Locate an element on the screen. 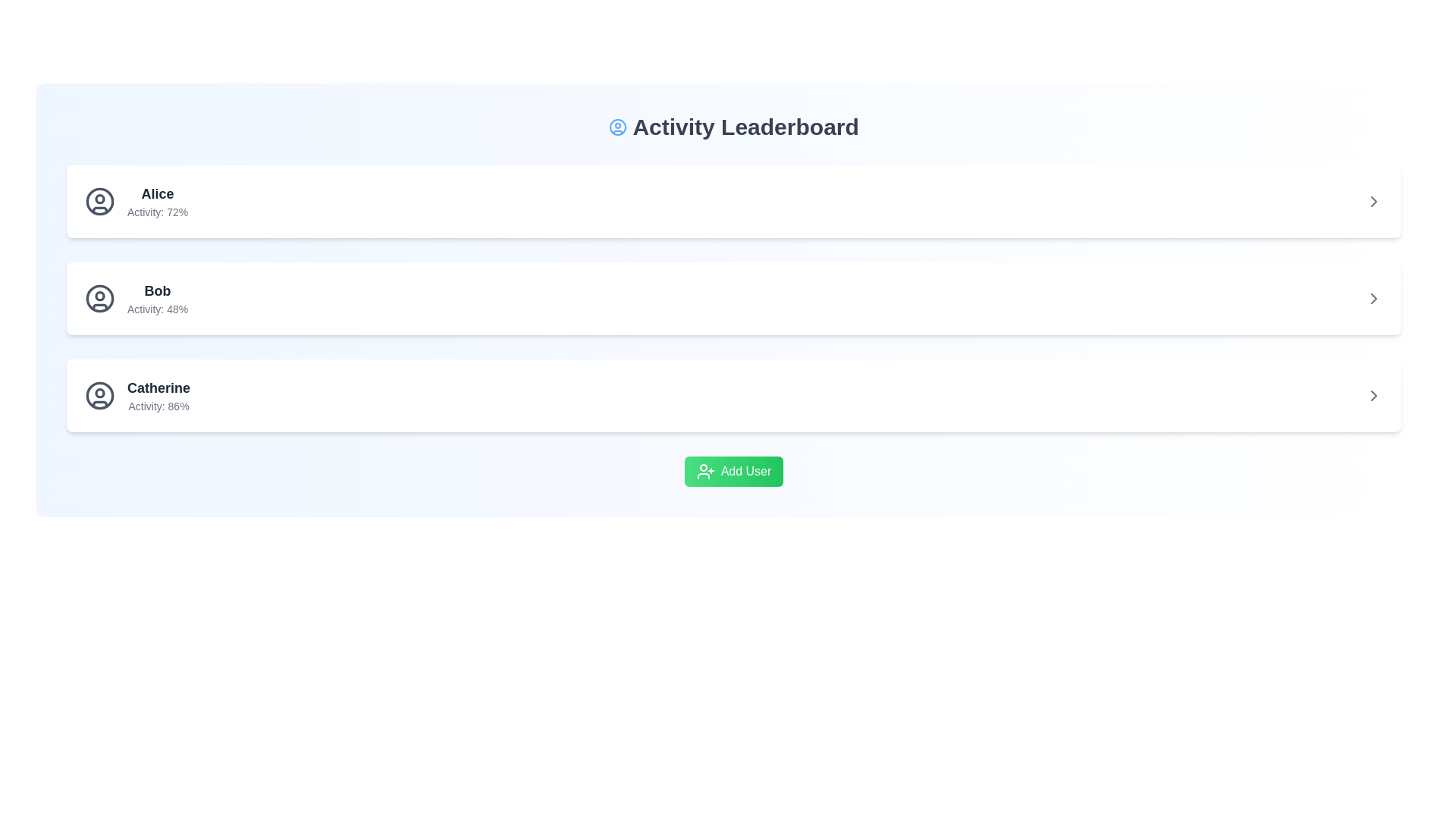  the decorative icon representing user activity related to the 'Activity Leaderboard' title, positioned to the left of the title text is located at coordinates (618, 127).